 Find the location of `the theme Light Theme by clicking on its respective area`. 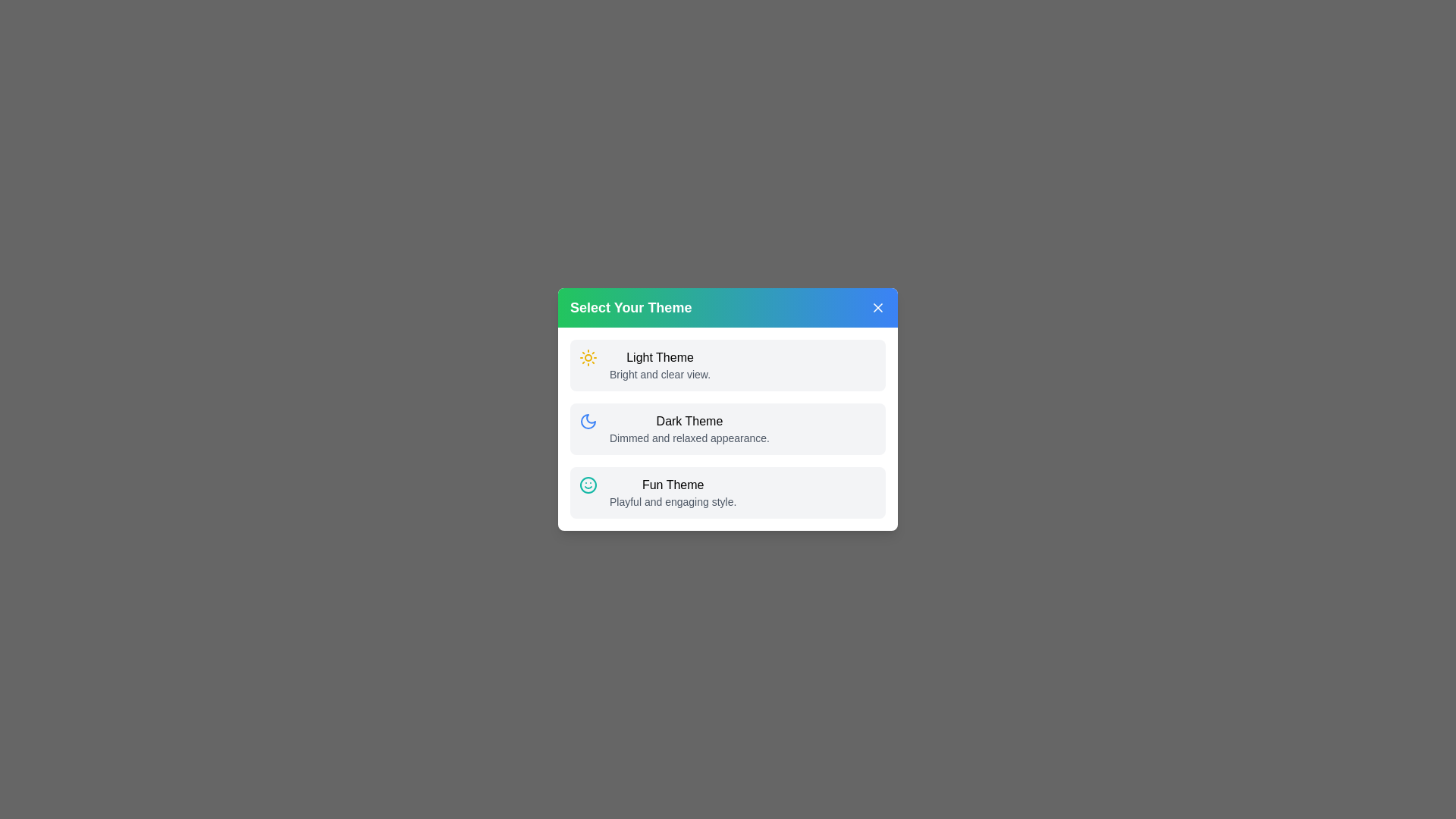

the theme Light Theme by clicking on its respective area is located at coordinates (728, 366).